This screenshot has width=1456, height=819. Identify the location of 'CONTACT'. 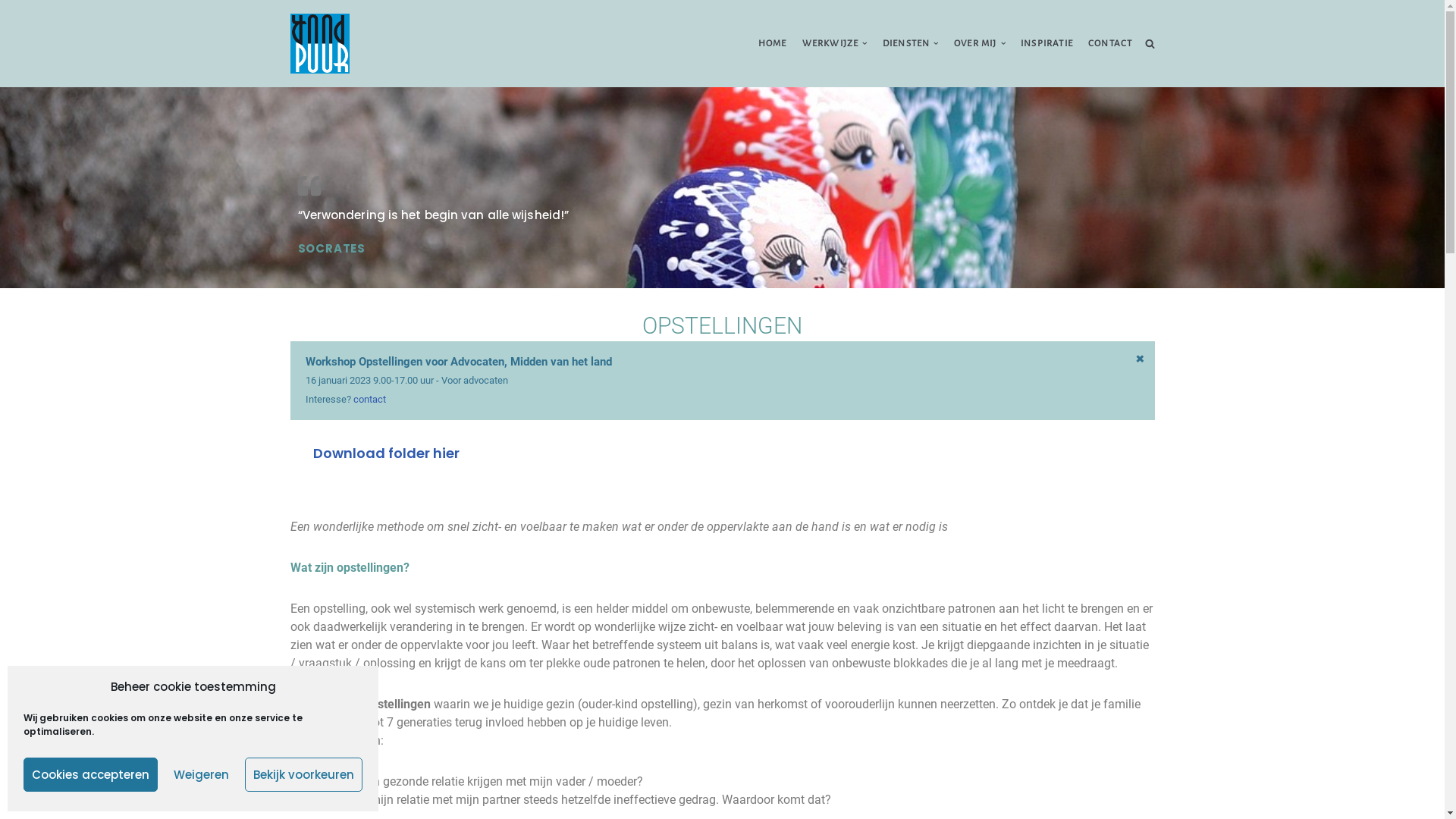
(1110, 42).